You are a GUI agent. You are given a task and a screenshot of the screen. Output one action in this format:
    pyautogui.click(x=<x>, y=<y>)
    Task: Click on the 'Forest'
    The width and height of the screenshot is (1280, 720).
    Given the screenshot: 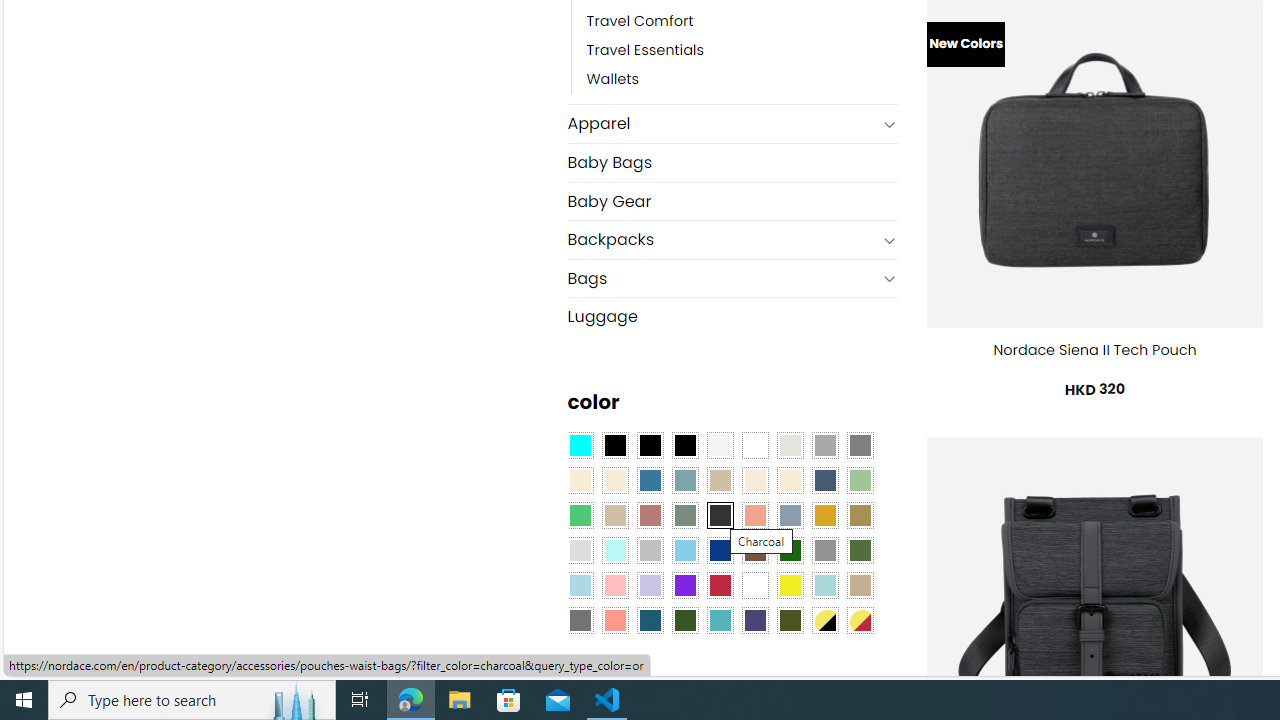 What is the action you would take?
    pyautogui.click(x=684, y=618)
    